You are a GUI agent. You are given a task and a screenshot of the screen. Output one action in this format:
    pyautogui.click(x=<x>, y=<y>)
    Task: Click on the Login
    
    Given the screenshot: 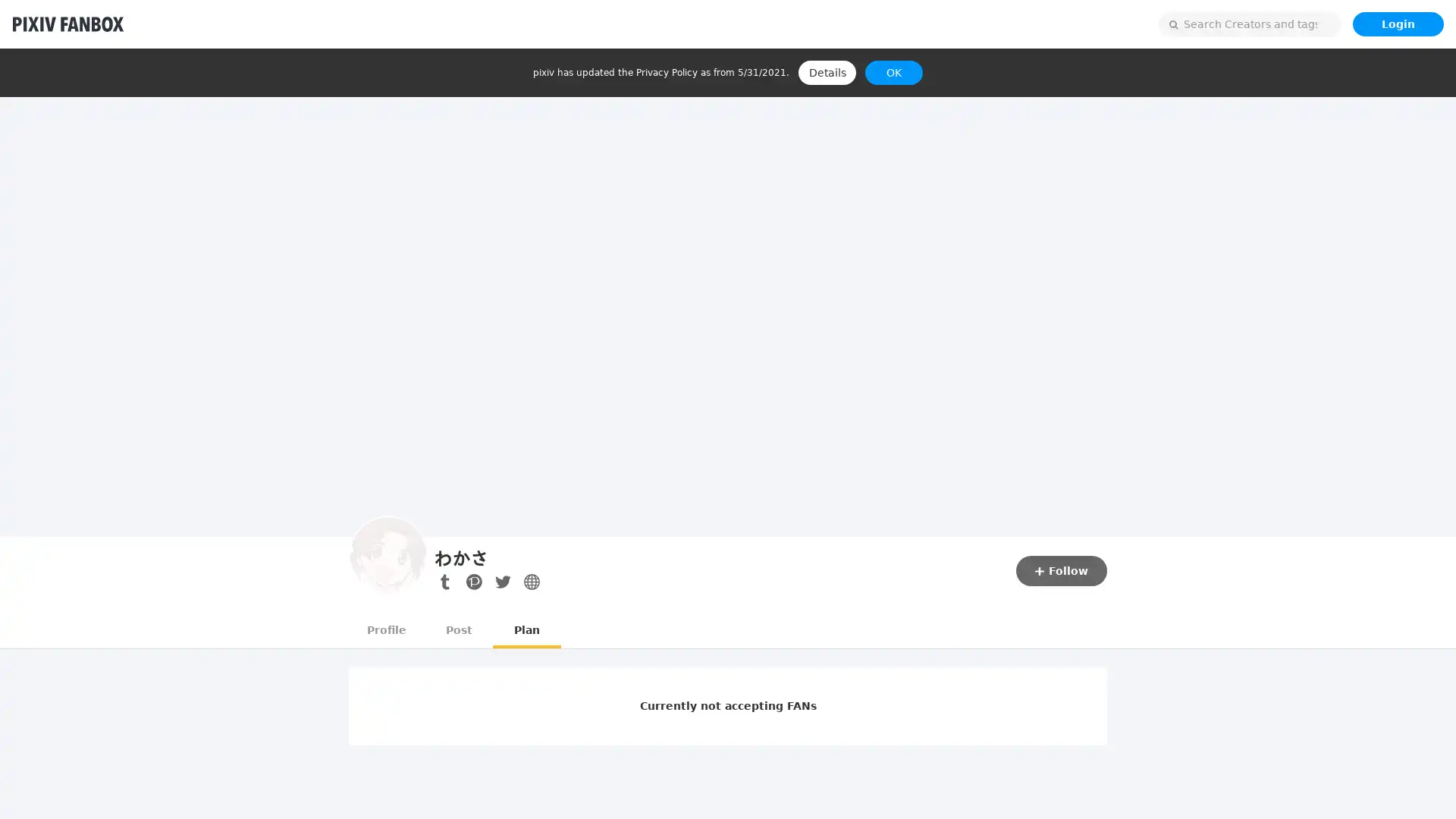 What is the action you would take?
    pyautogui.click(x=1397, y=24)
    